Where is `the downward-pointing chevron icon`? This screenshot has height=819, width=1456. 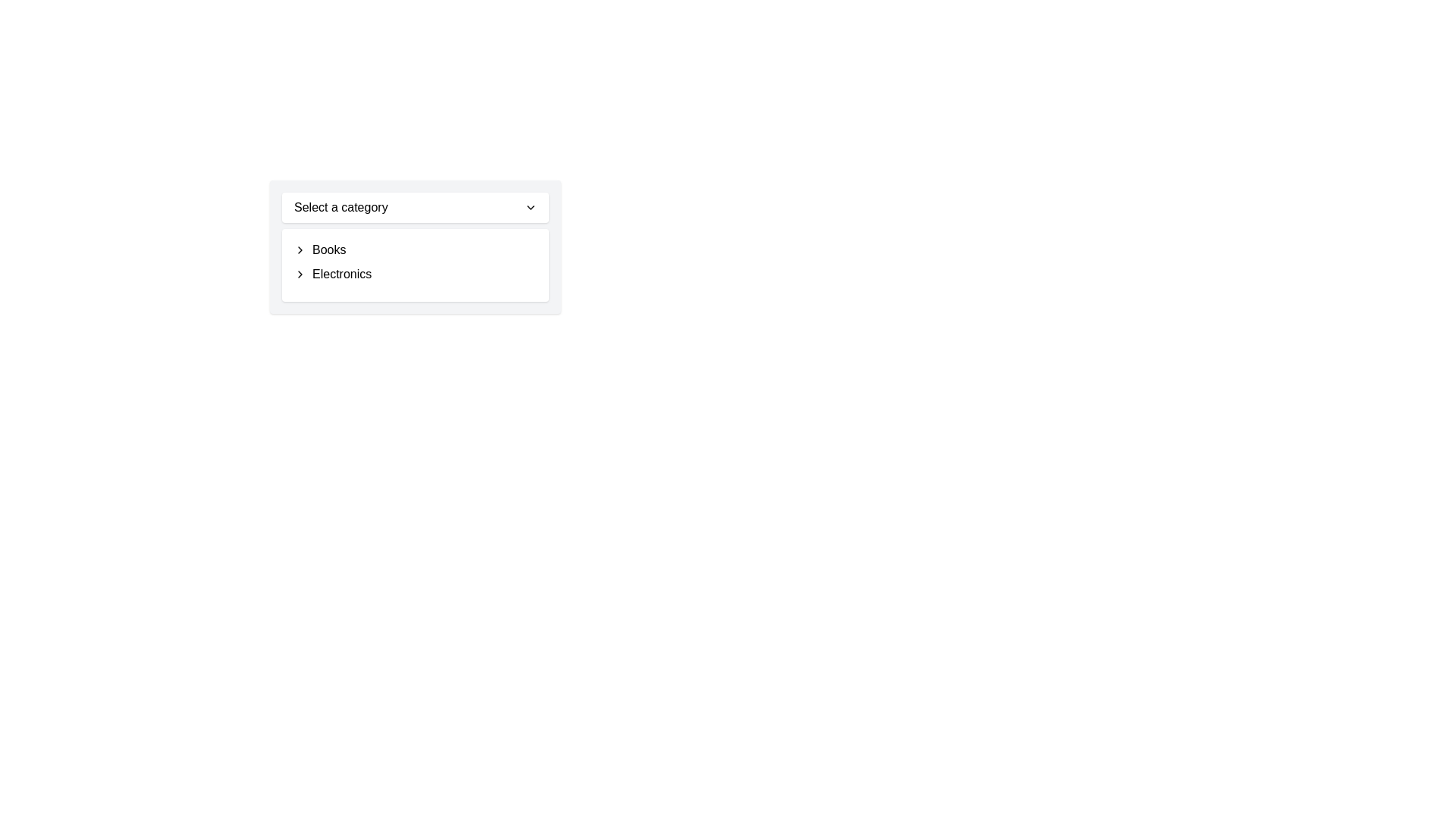
the downward-pointing chevron icon is located at coordinates (531, 207).